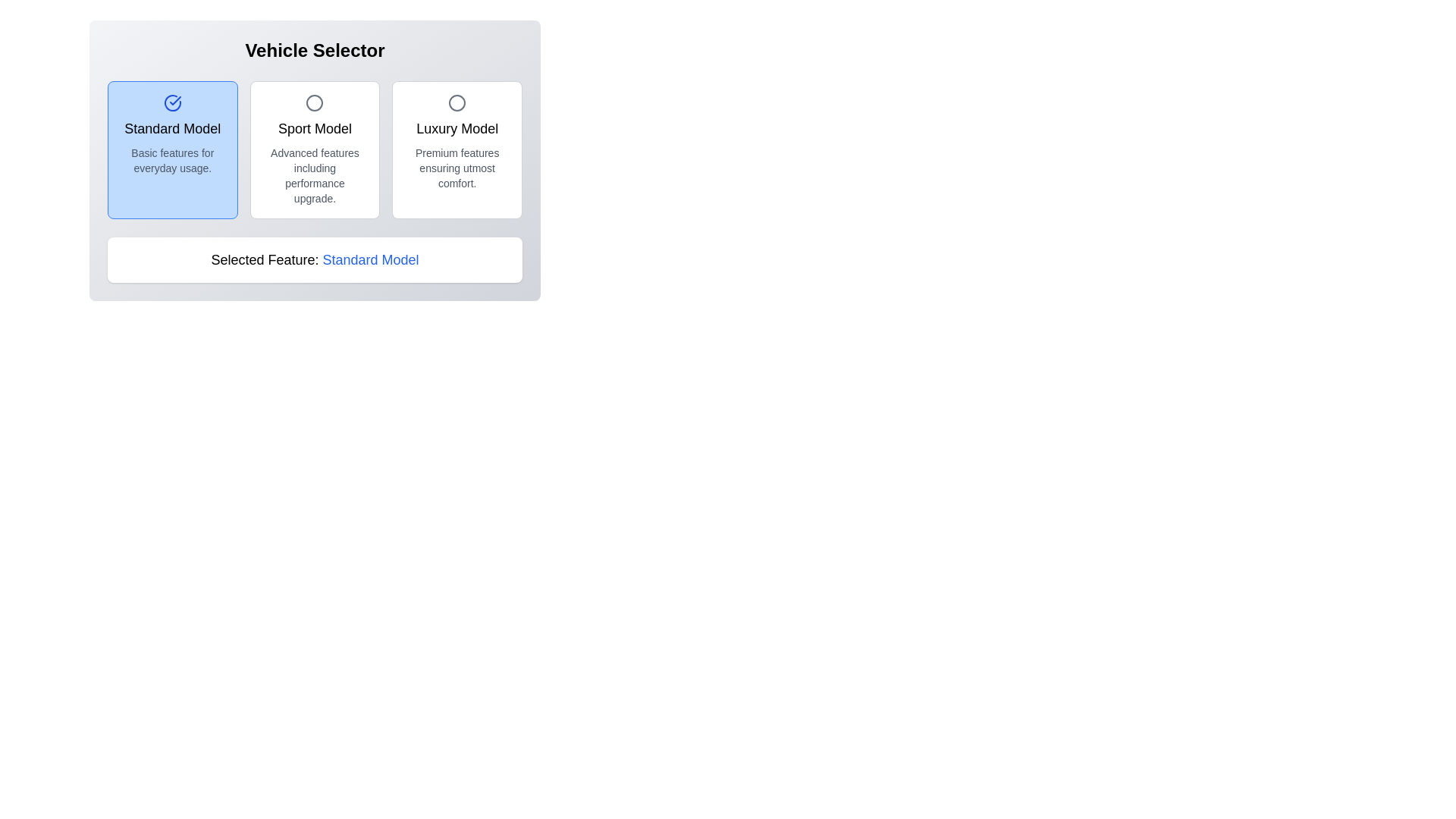 The height and width of the screenshot is (819, 1456). What do you see at coordinates (172, 127) in the screenshot?
I see `the text label located within the 'Standard Model' card, which serves as the key identifying name for the card, positioned centrally below an icon and above a description text` at bounding box center [172, 127].